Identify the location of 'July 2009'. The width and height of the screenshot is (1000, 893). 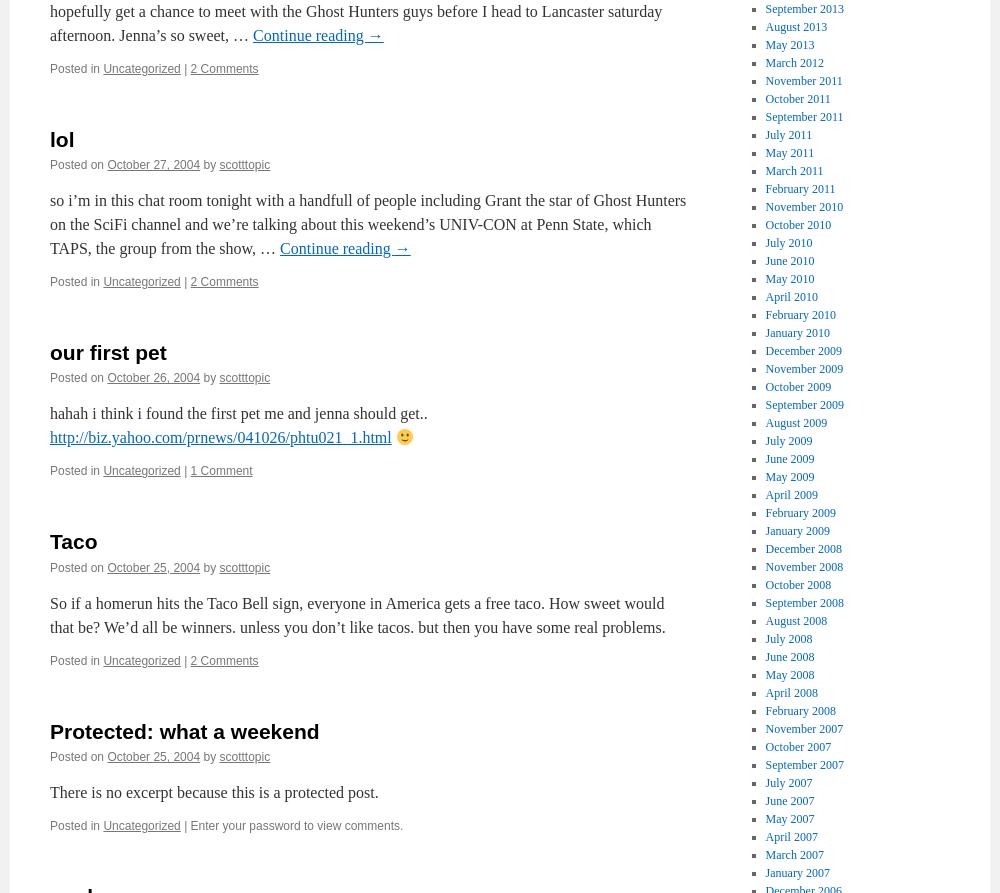
(788, 439).